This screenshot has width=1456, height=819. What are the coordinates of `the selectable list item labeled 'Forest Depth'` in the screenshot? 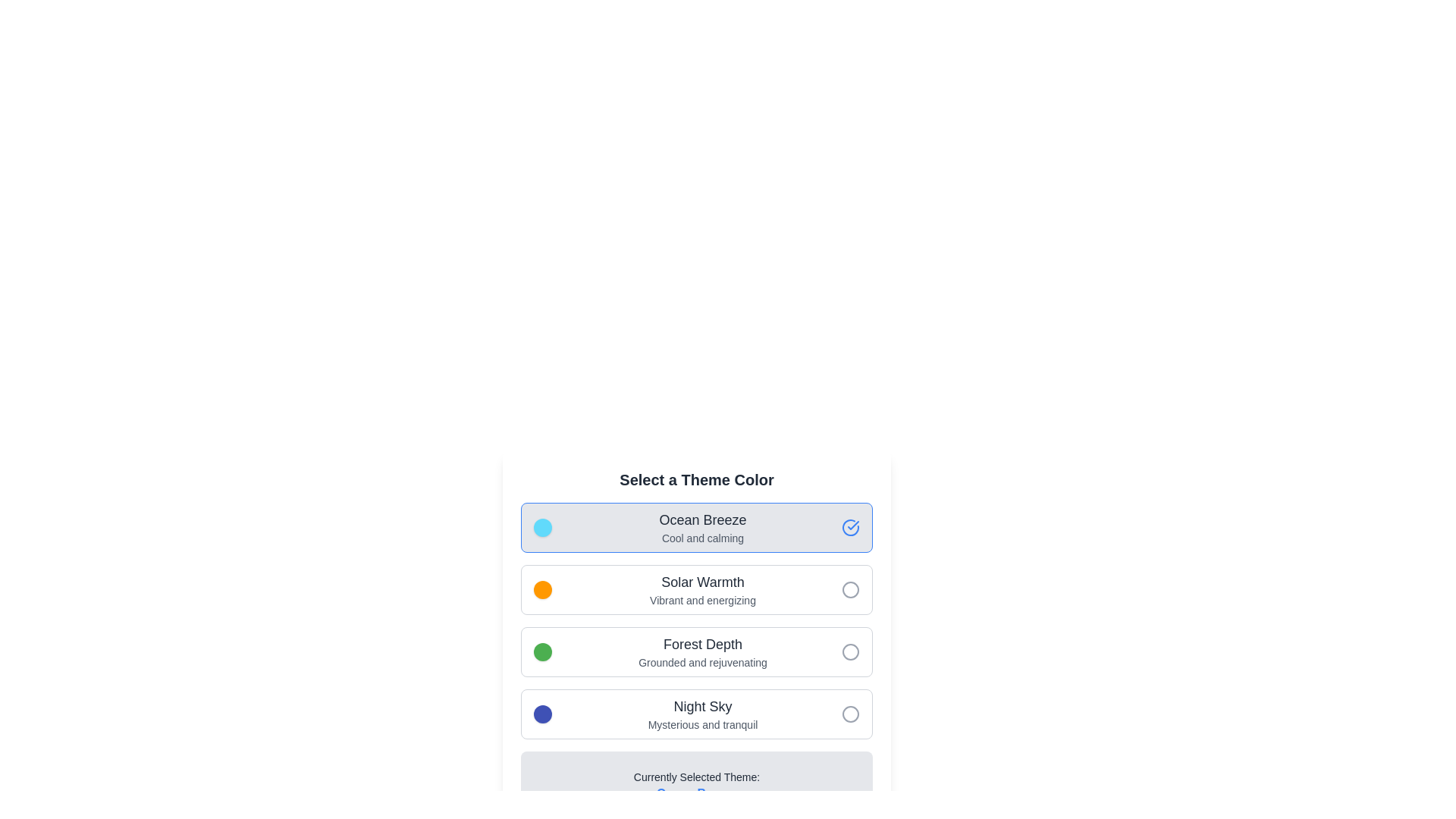 It's located at (701, 651).